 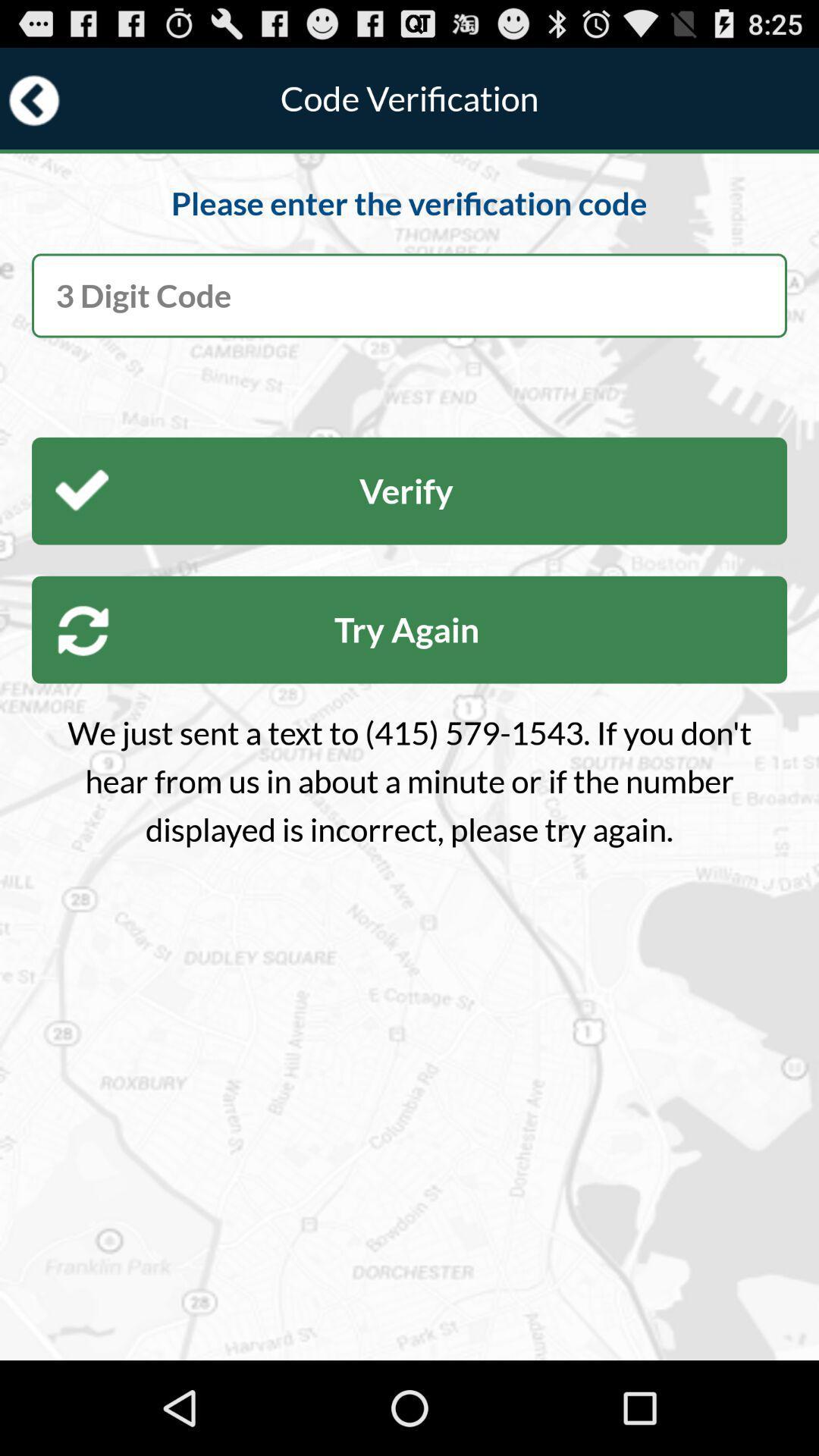 What do you see at coordinates (409, 629) in the screenshot?
I see `item below the verify button` at bounding box center [409, 629].